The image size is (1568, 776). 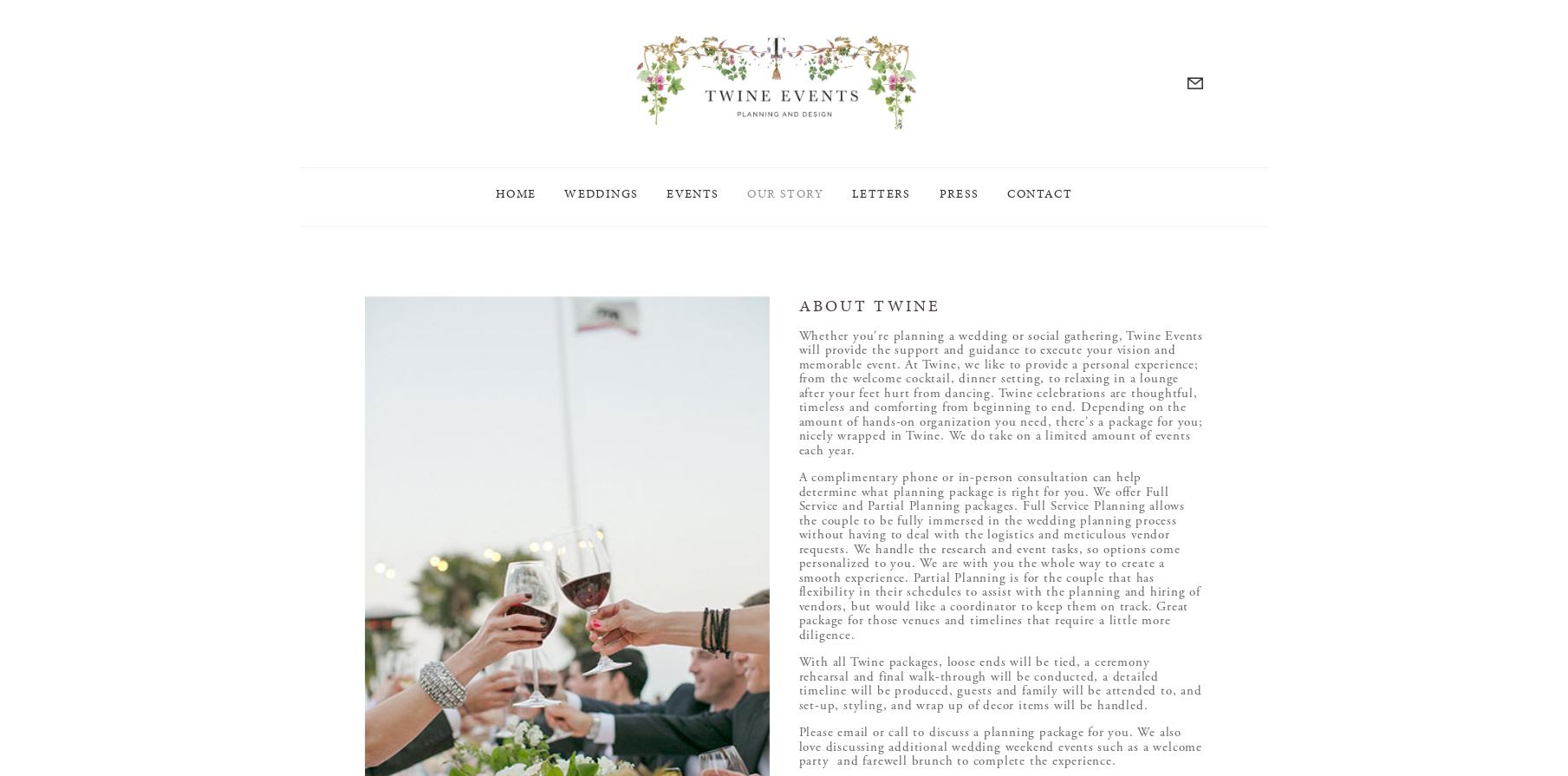 I want to click on 'email@address.com', so click(x=846, y=226).